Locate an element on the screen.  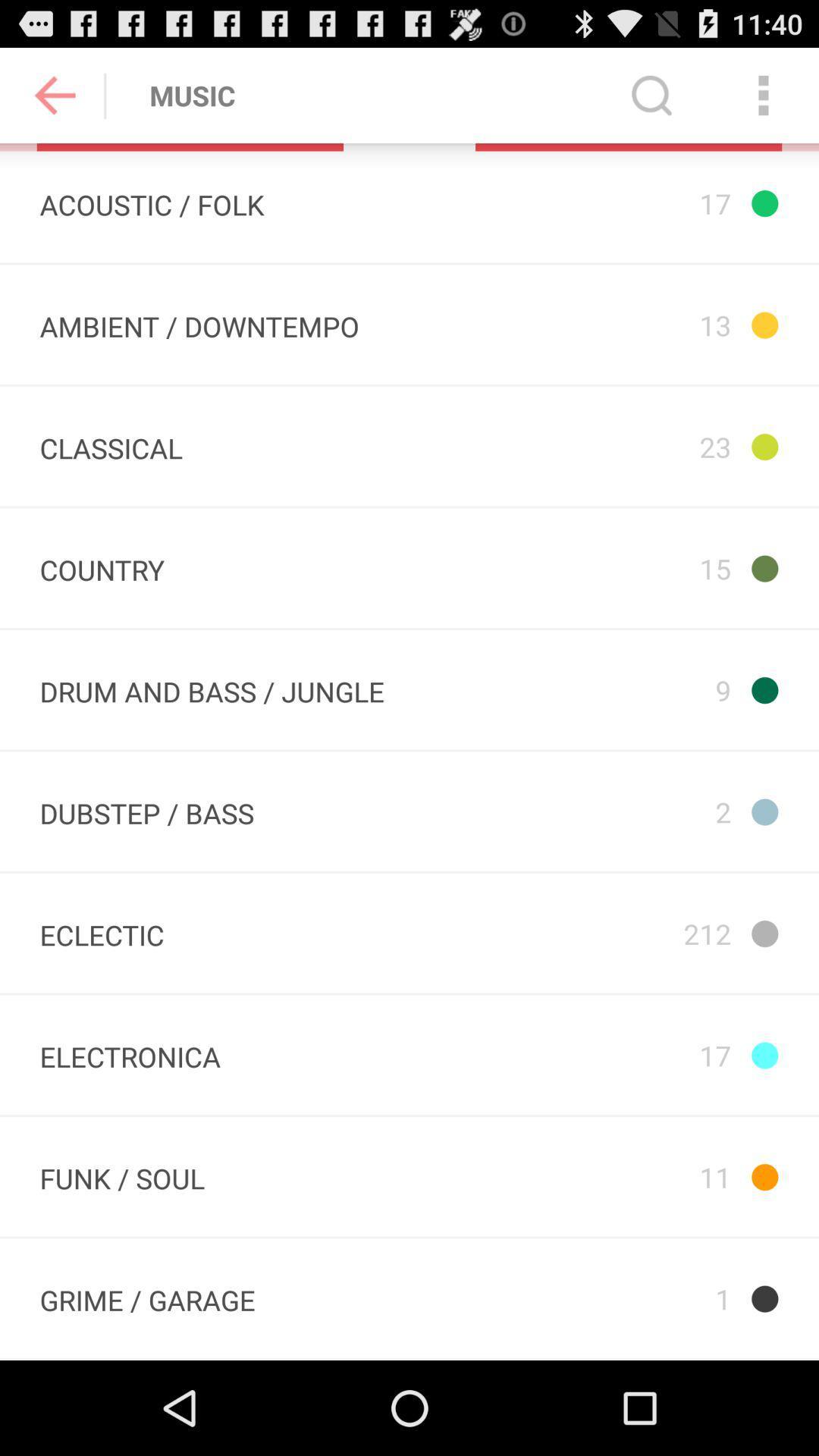
the icon next to 15 item is located at coordinates (102, 567).